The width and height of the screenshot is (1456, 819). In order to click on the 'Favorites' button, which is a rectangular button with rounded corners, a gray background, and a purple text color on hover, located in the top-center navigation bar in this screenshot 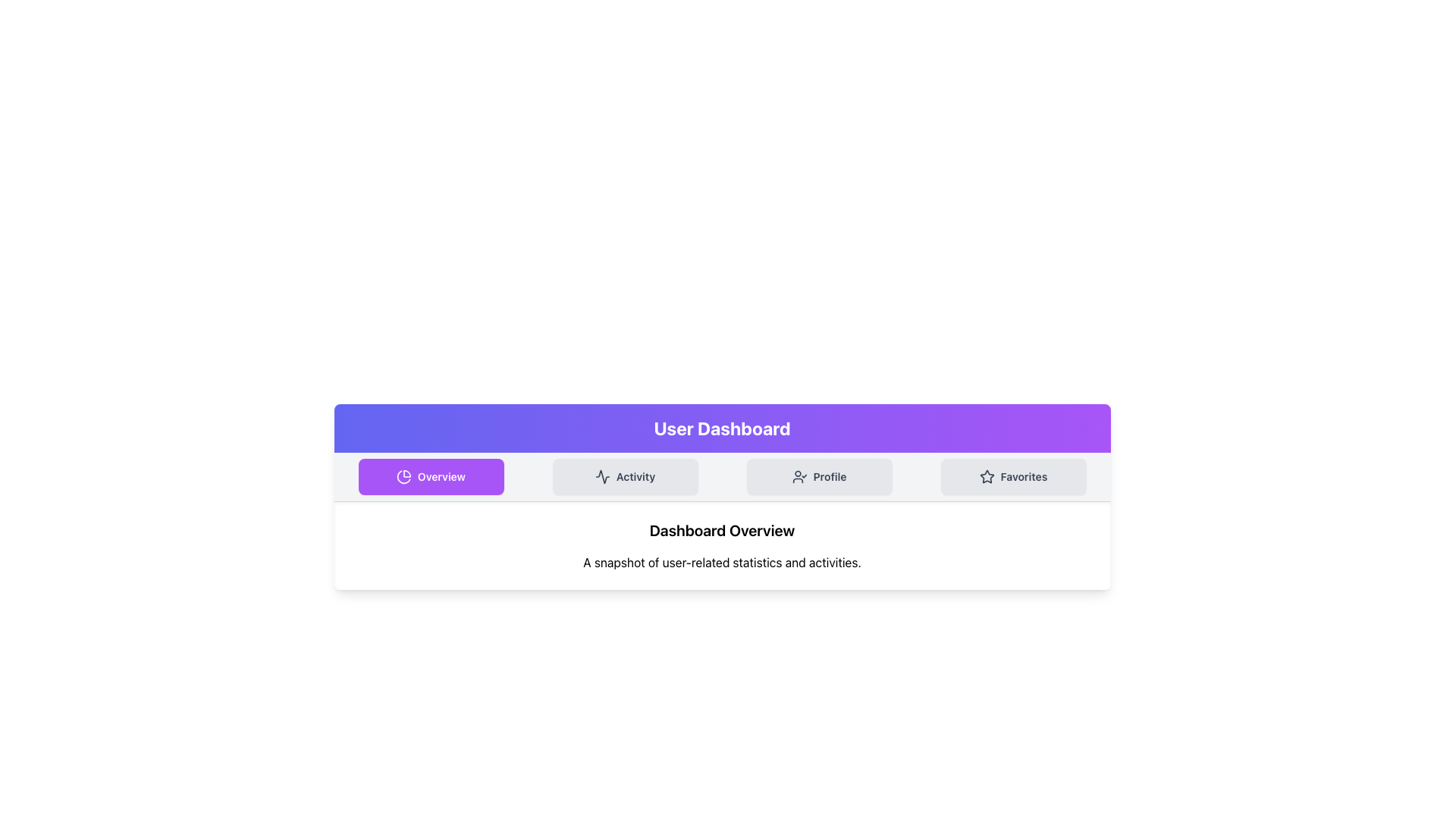, I will do `click(1013, 475)`.